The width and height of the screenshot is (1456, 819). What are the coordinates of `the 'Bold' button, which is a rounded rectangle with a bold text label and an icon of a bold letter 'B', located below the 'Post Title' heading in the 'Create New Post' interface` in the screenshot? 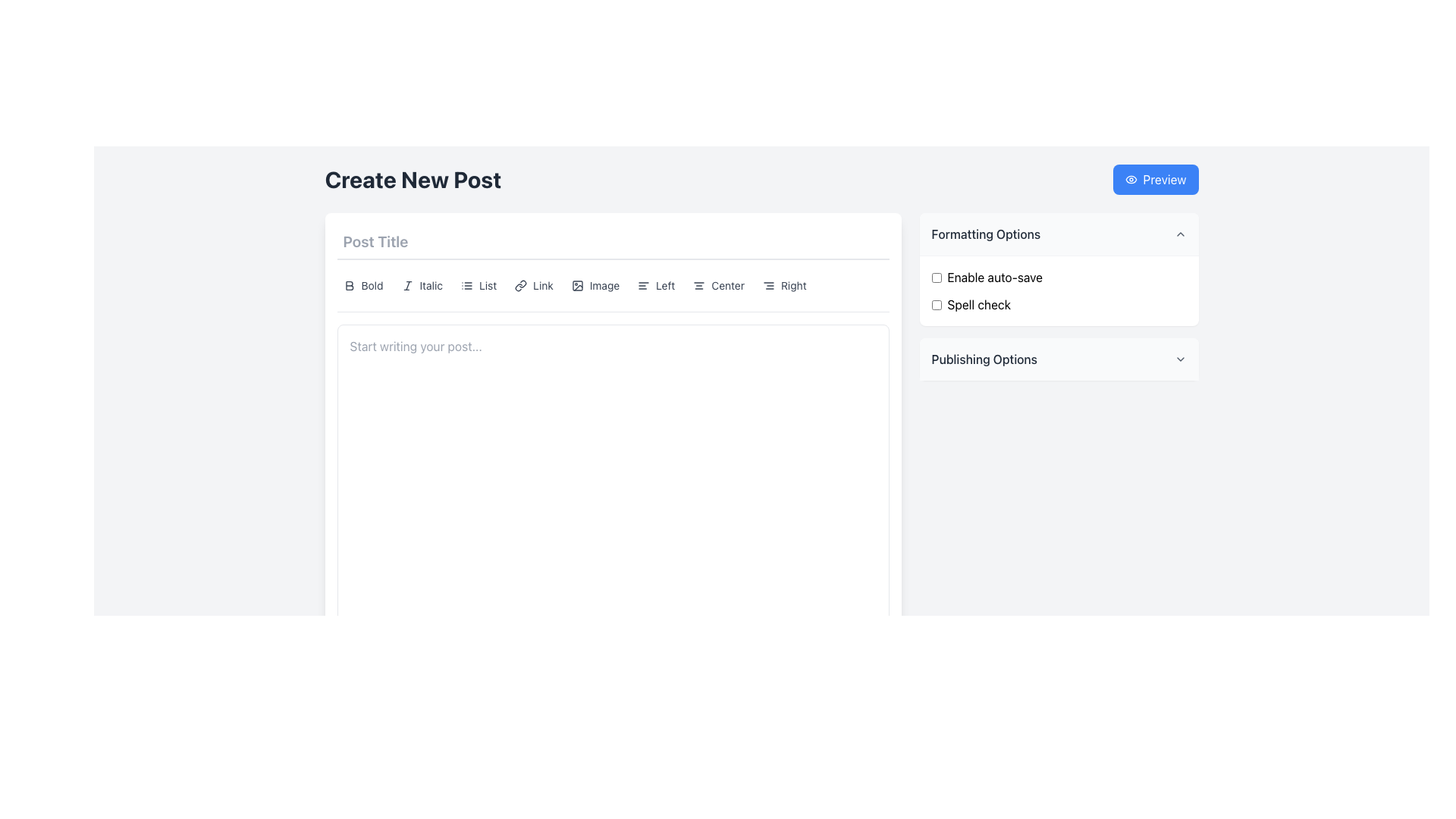 It's located at (362, 286).